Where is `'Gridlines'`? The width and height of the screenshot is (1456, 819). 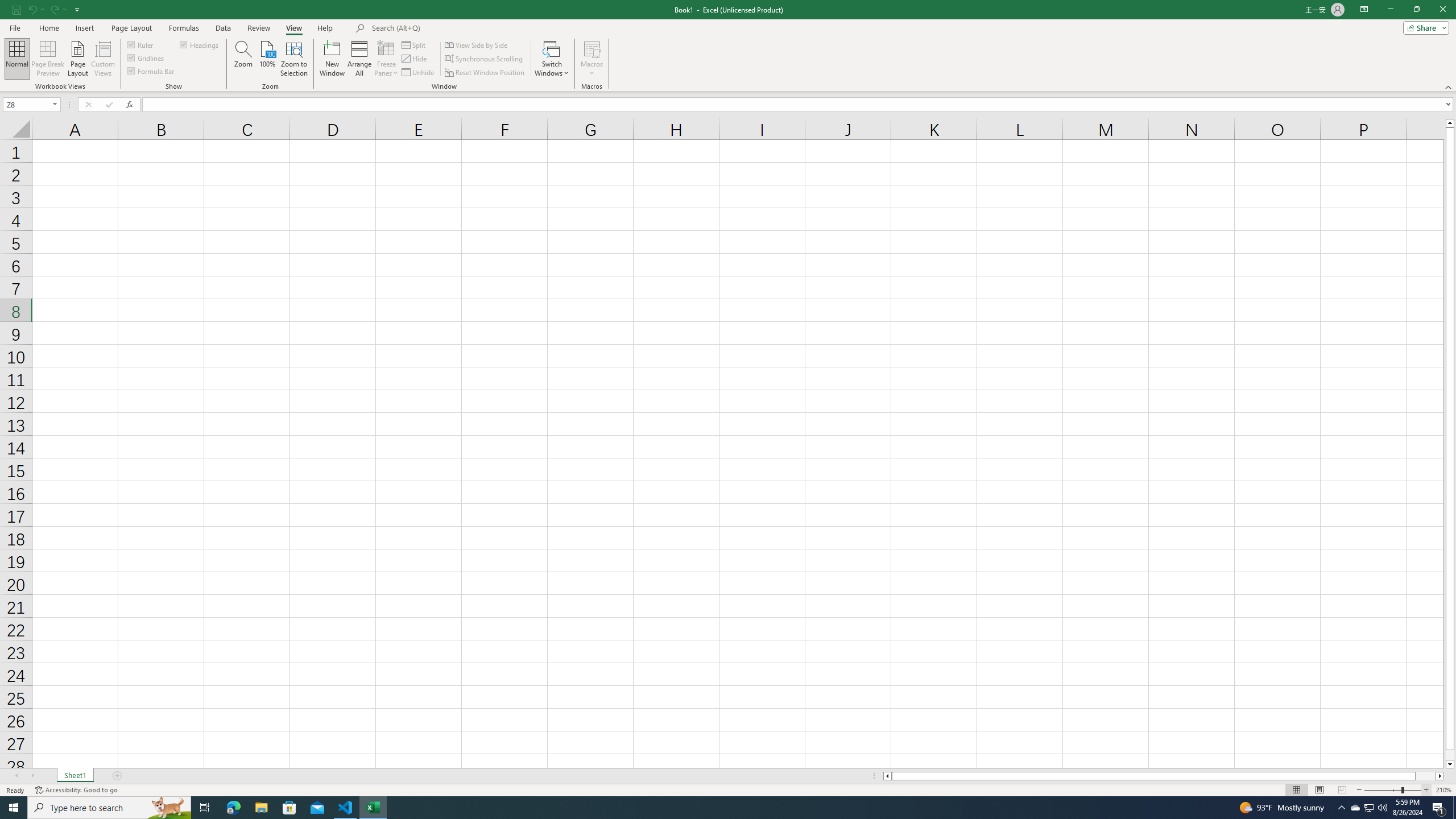
'Gridlines' is located at coordinates (146, 56).